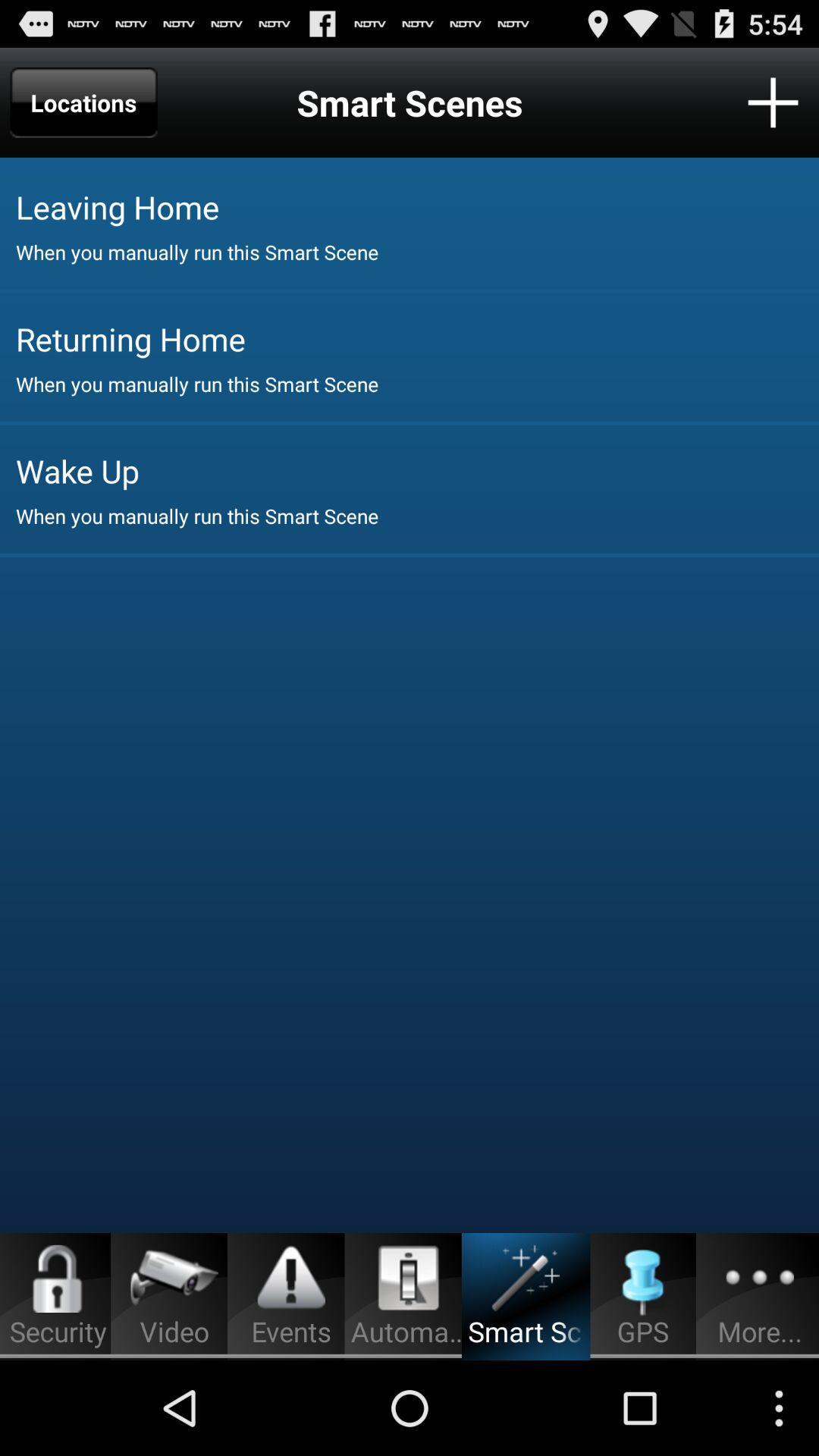 The height and width of the screenshot is (1456, 819). What do you see at coordinates (417, 206) in the screenshot?
I see `leaving home icon` at bounding box center [417, 206].